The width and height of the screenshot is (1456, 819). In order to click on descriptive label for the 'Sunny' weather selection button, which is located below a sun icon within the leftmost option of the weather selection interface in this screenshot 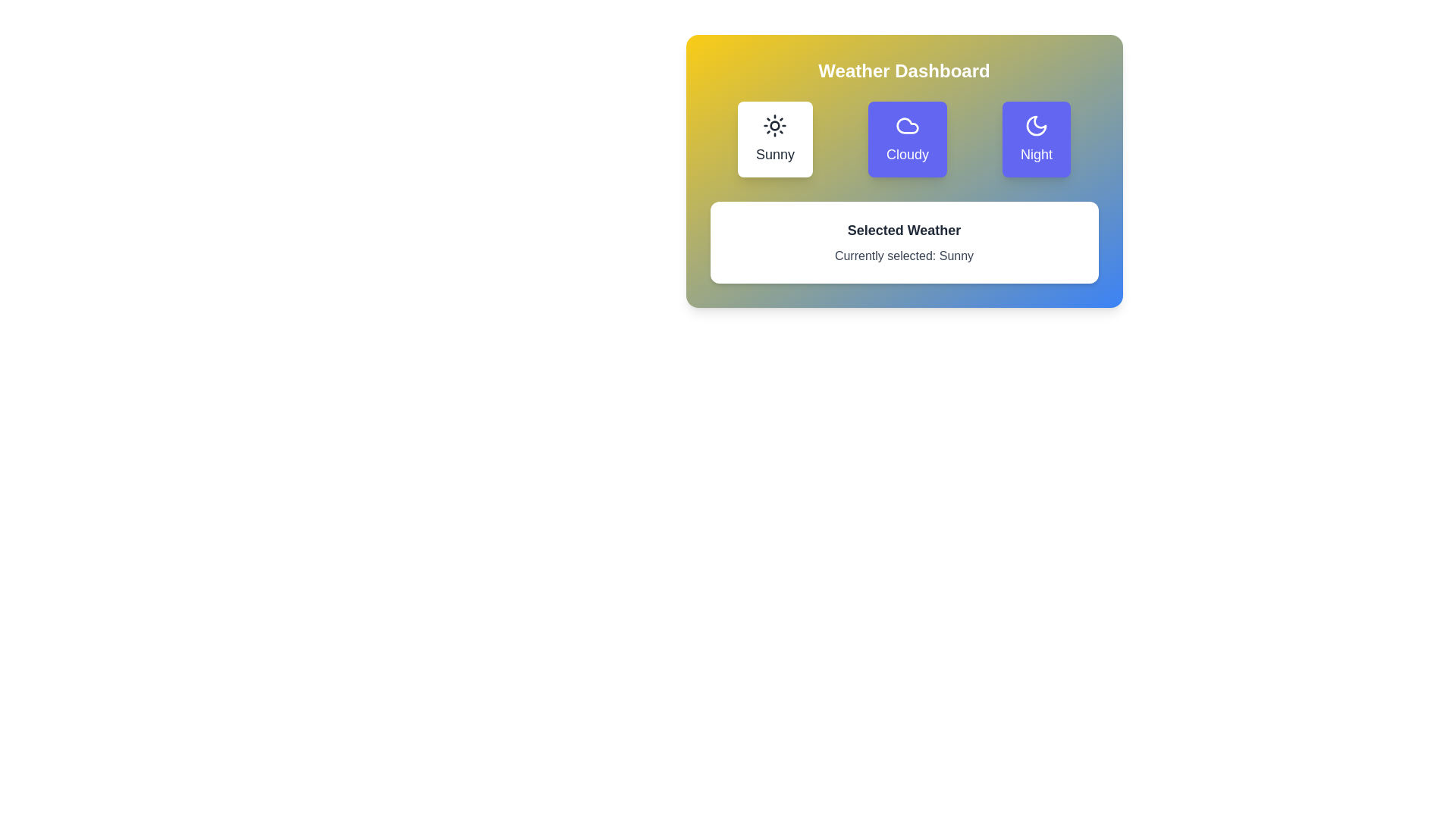, I will do `click(775, 155)`.